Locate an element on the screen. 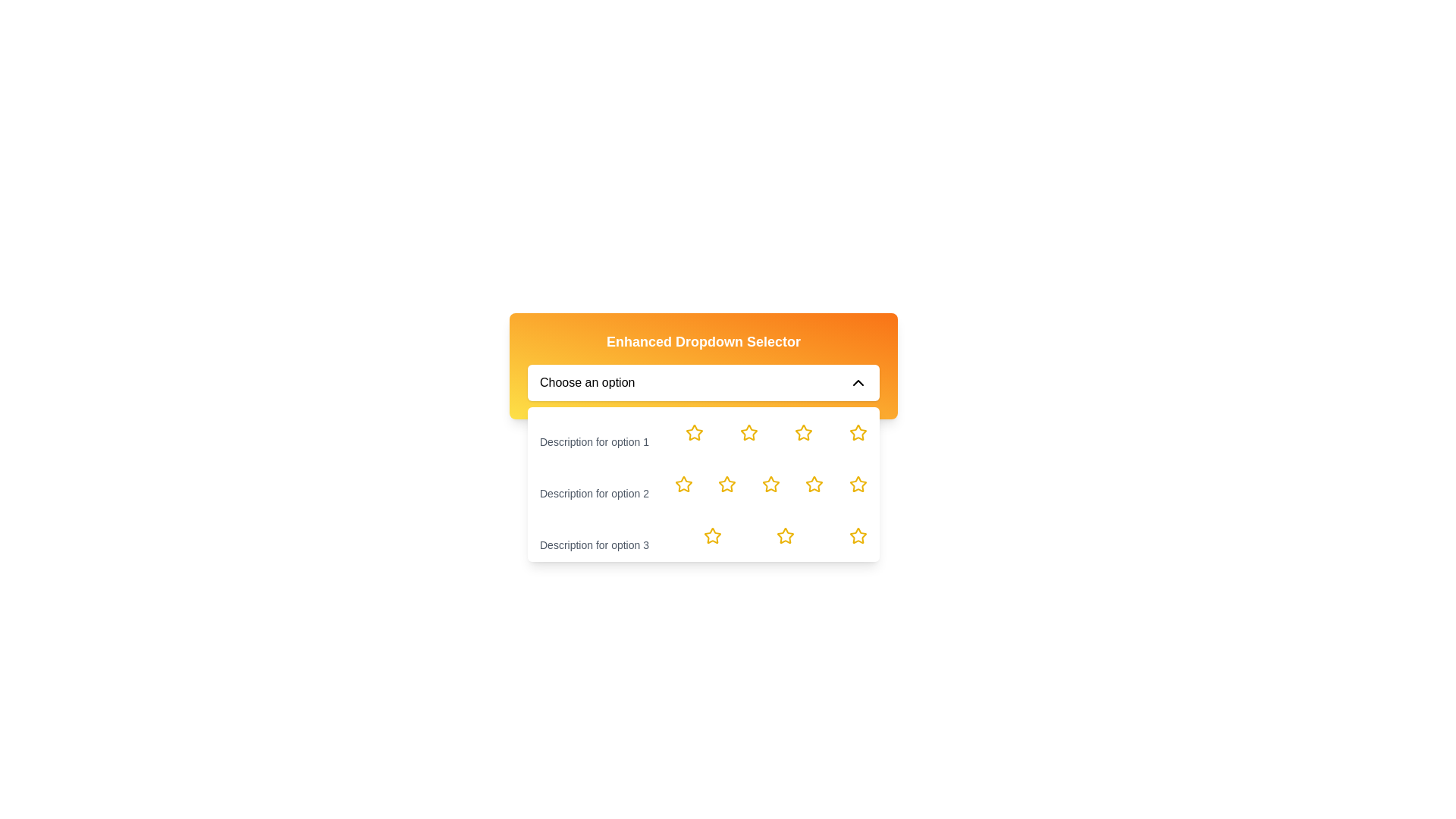 The height and width of the screenshot is (819, 1456). on the third selectable option in the dropdown menu is located at coordinates (702, 535).